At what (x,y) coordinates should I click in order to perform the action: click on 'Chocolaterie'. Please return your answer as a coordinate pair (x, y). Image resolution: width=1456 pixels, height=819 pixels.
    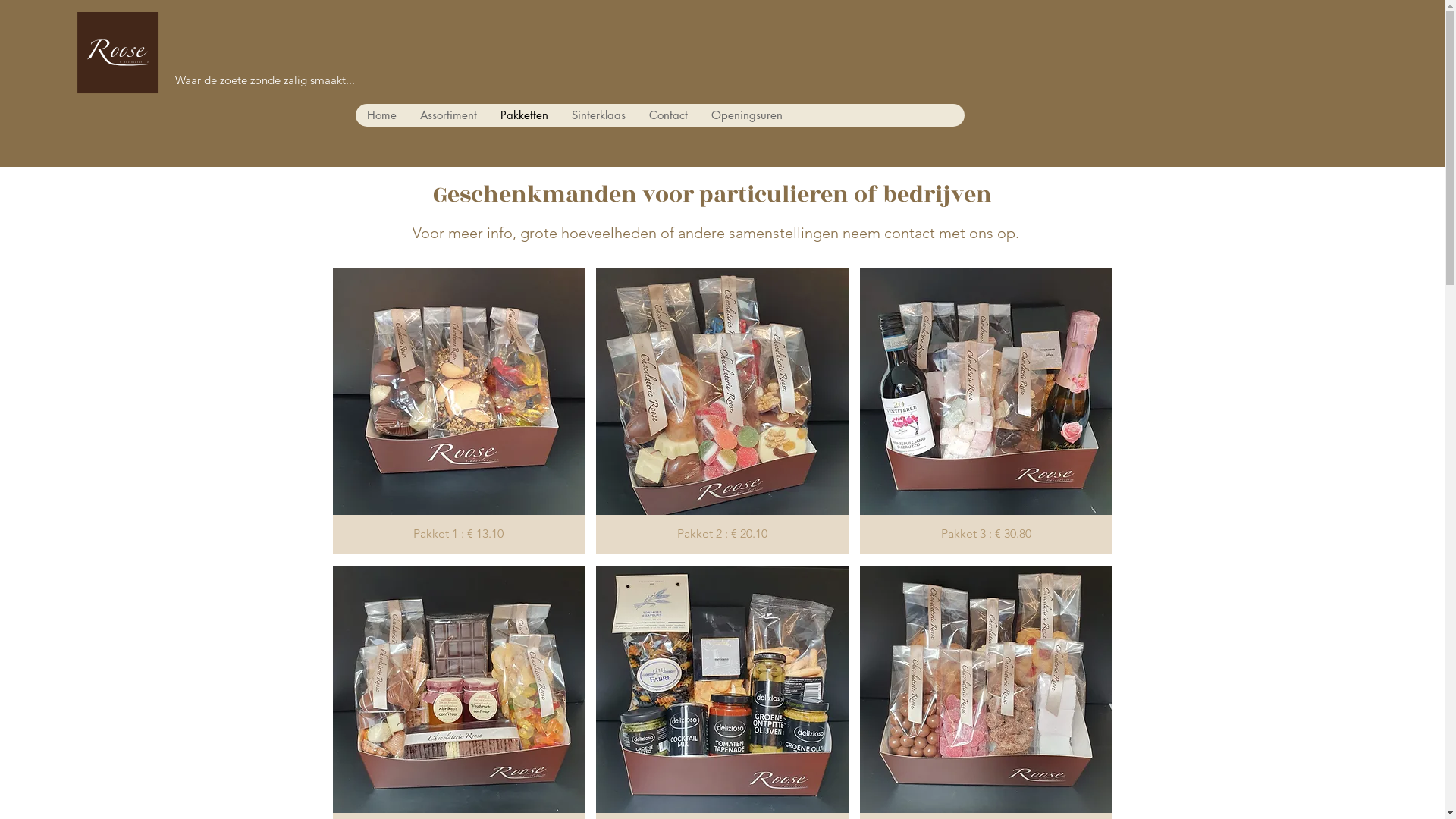
    Looking at the image, I should click on (61, 69).